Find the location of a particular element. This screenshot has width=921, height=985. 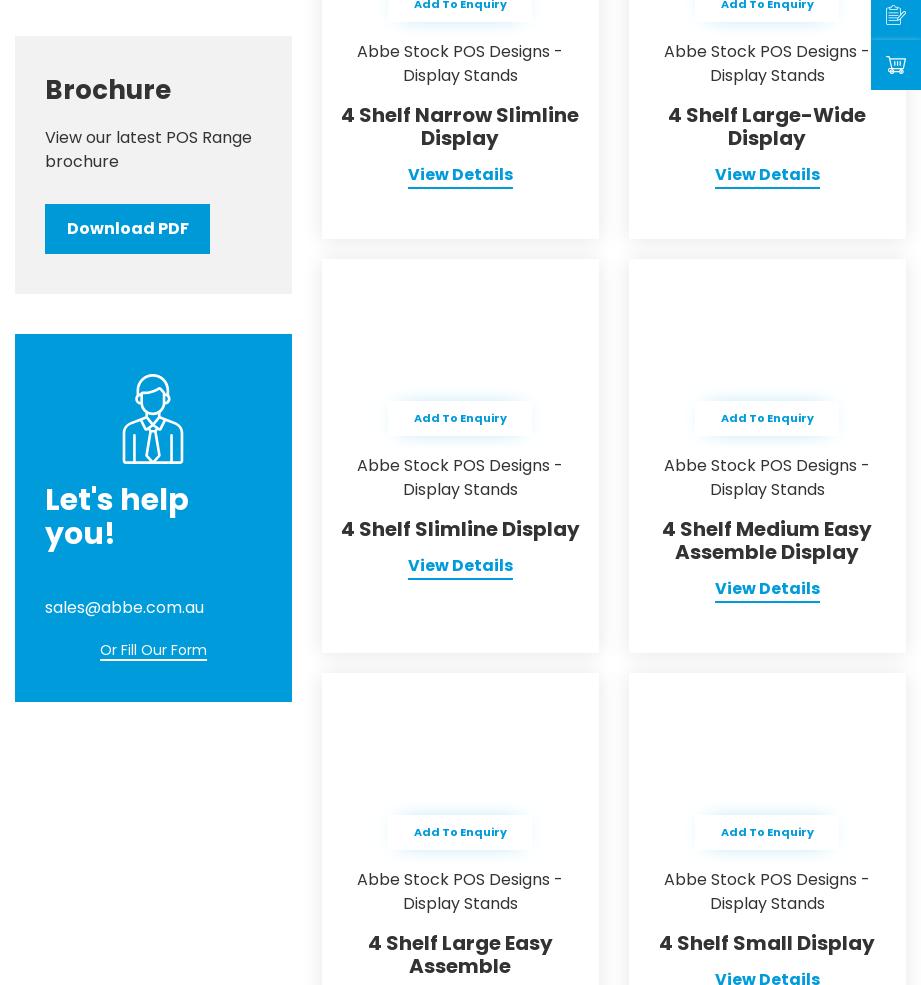

'Brochure' is located at coordinates (108, 89).